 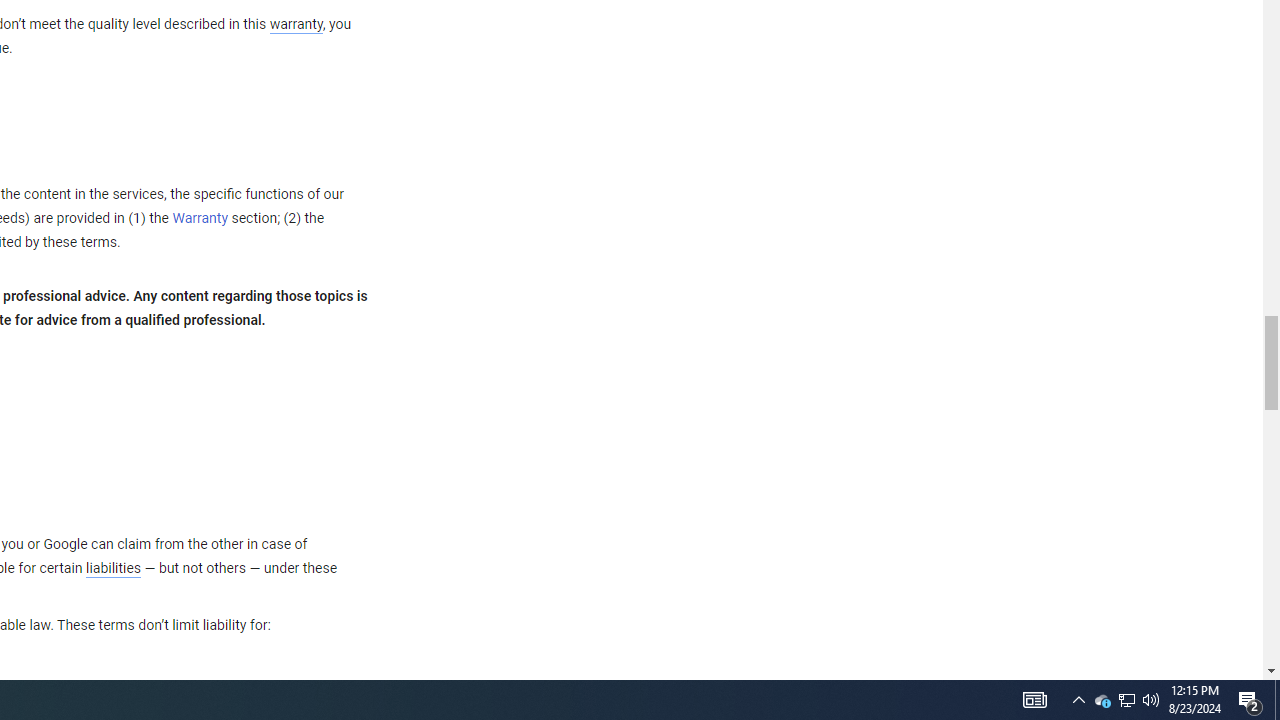 What do you see at coordinates (294, 25) in the screenshot?
I see `'warranty'` at bounding box center [294, 25].